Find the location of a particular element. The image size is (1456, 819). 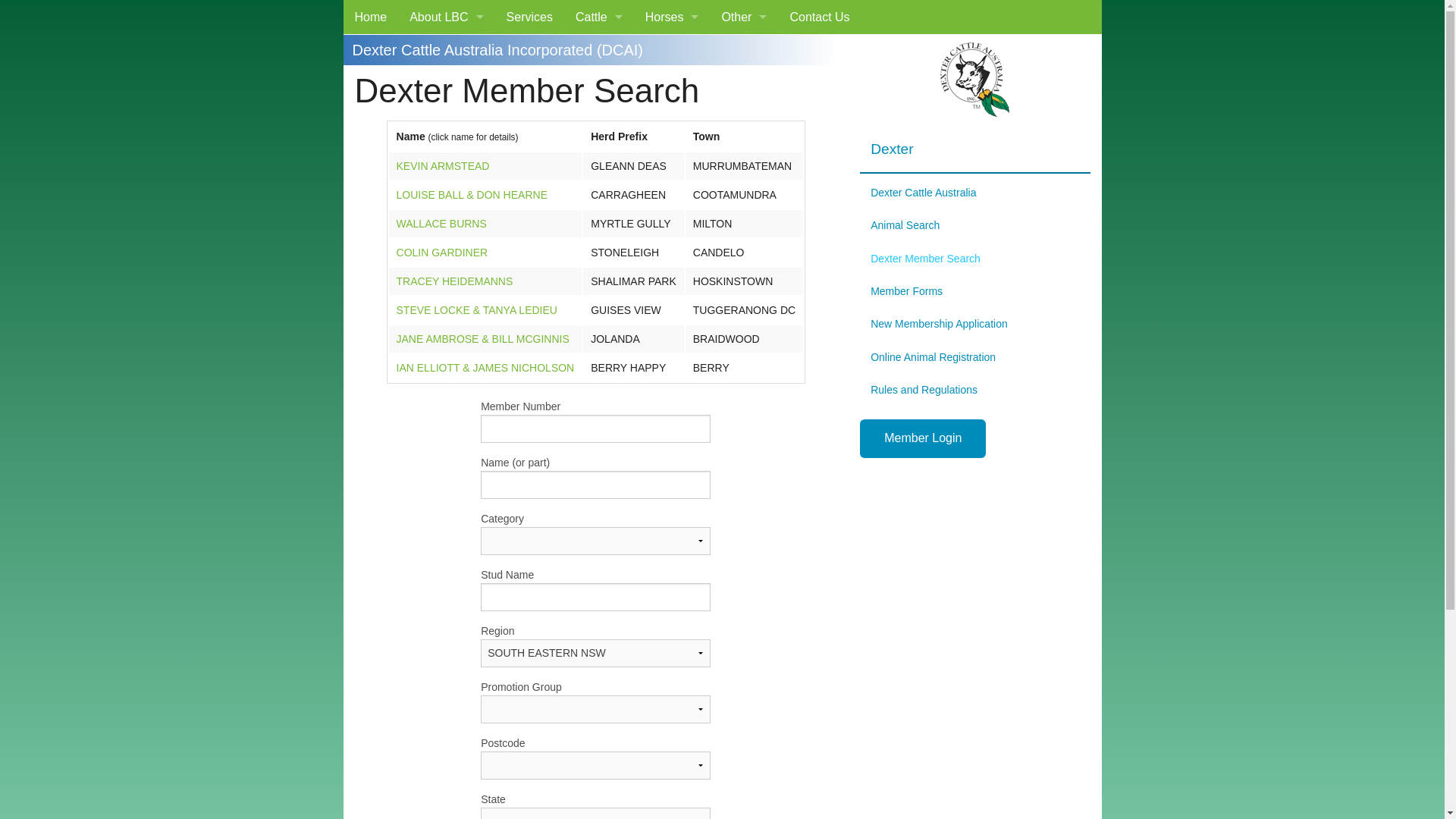

'Our Clients' is located at coordinates (445, 118).